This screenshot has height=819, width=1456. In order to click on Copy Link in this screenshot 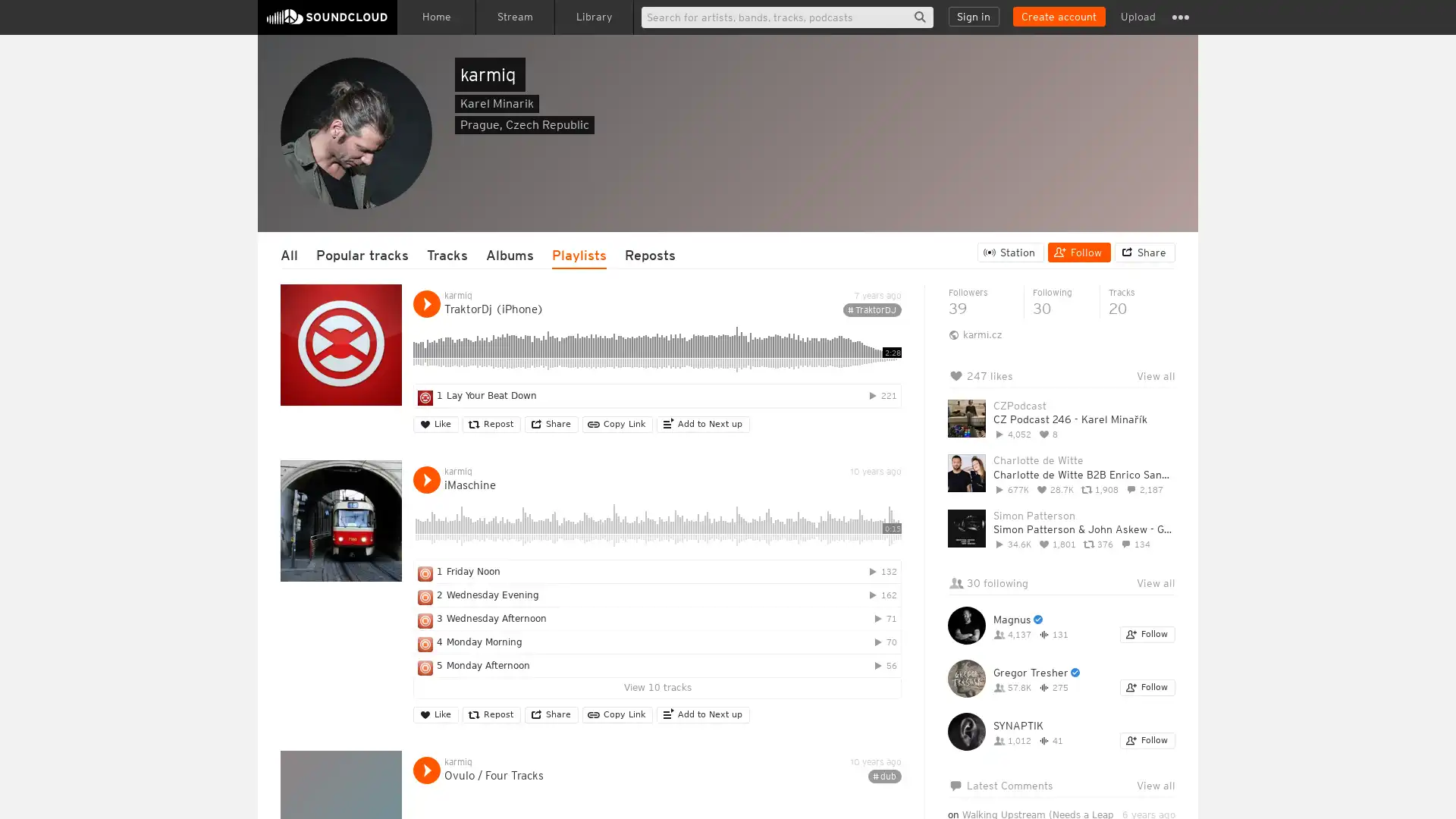, I will do `click(617, 424)`.